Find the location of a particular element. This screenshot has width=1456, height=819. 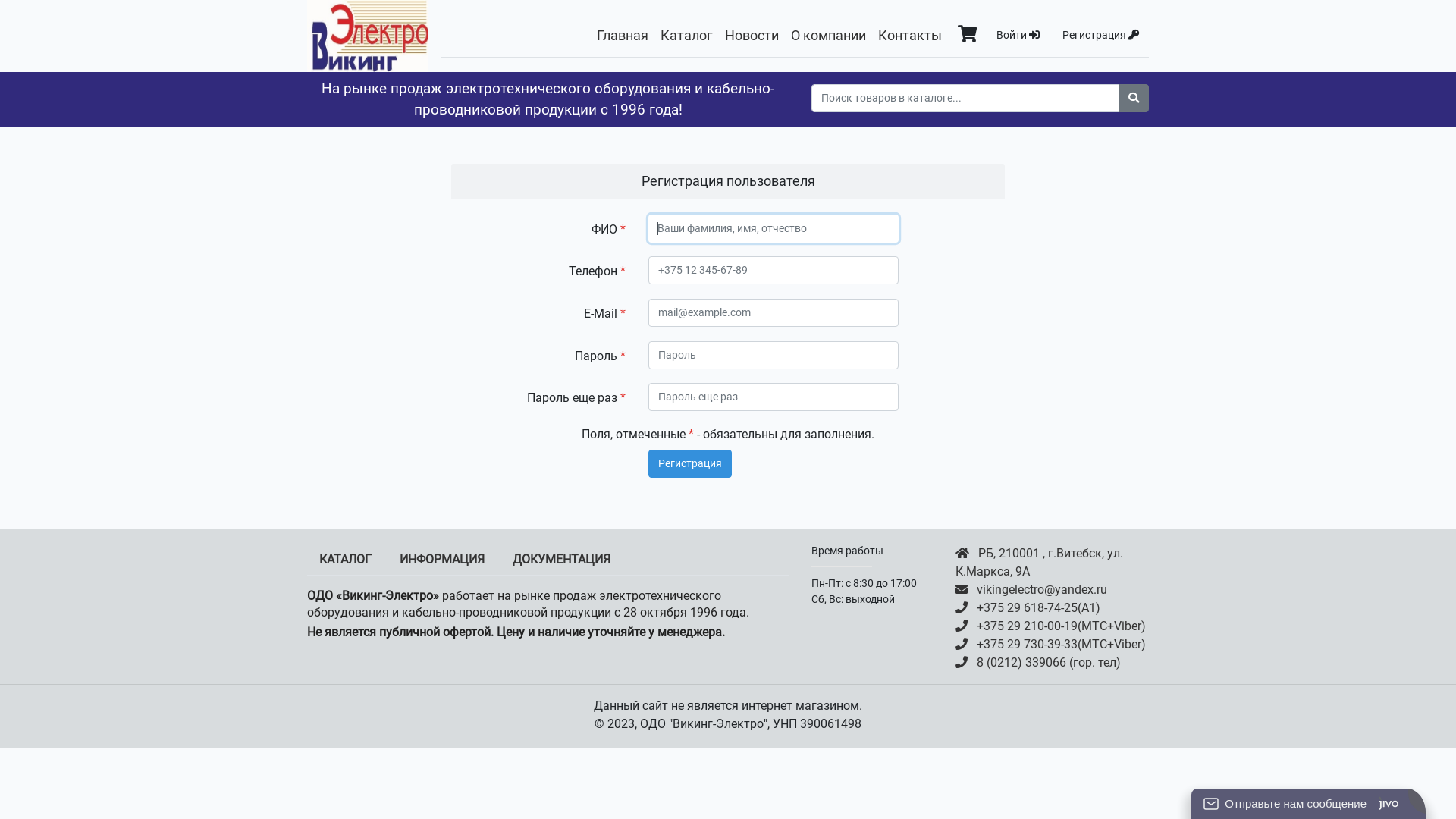

'+375 29 618-74-25(A1)' is located at coordinates (1051, 607).